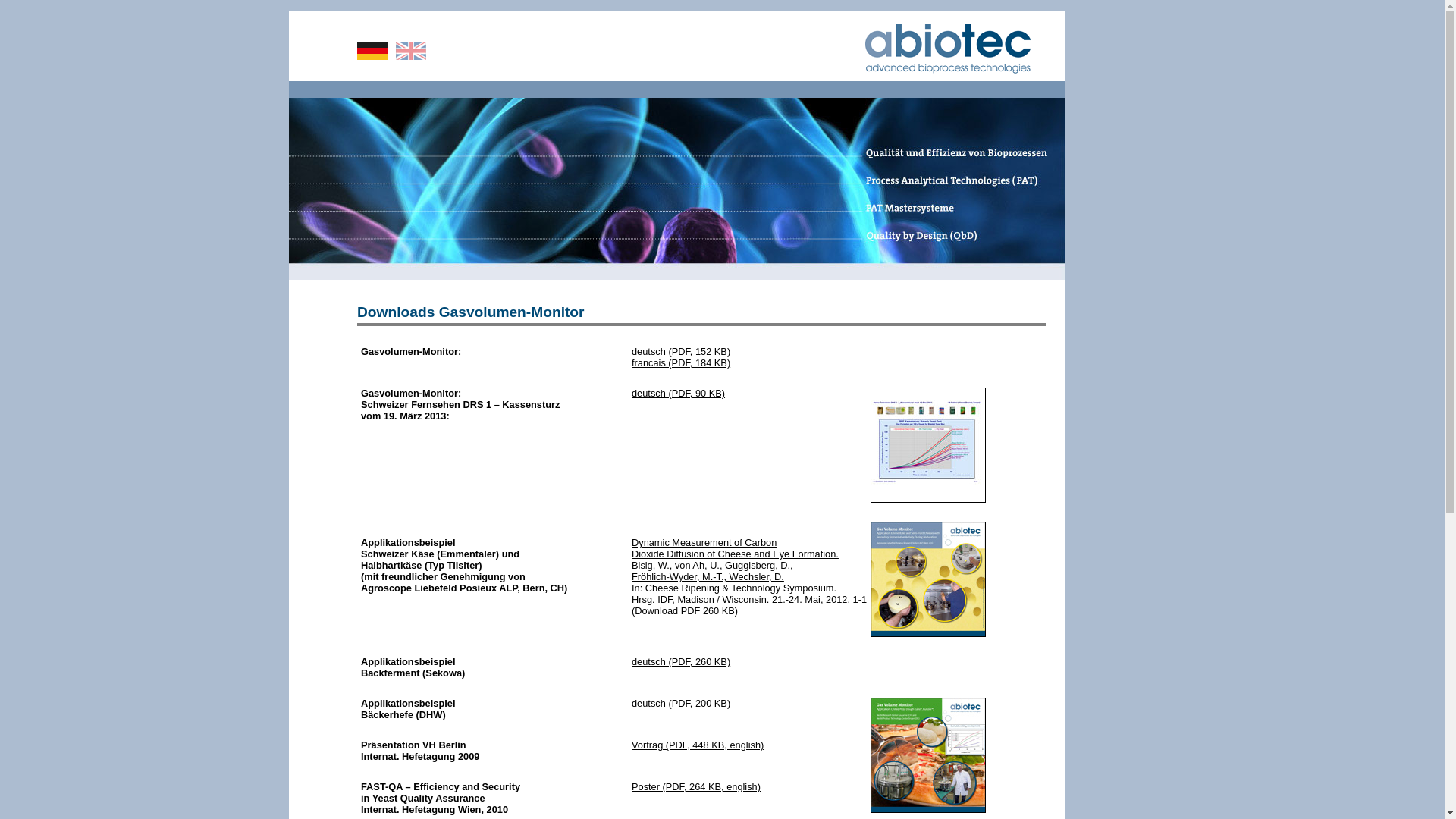 The width and height of the screenshot is (1456, 819). Describe the element at coordinates (697, 744) in the screenshot. I see `'Vortrag (PDF, 448 KB, english)'` at that location.